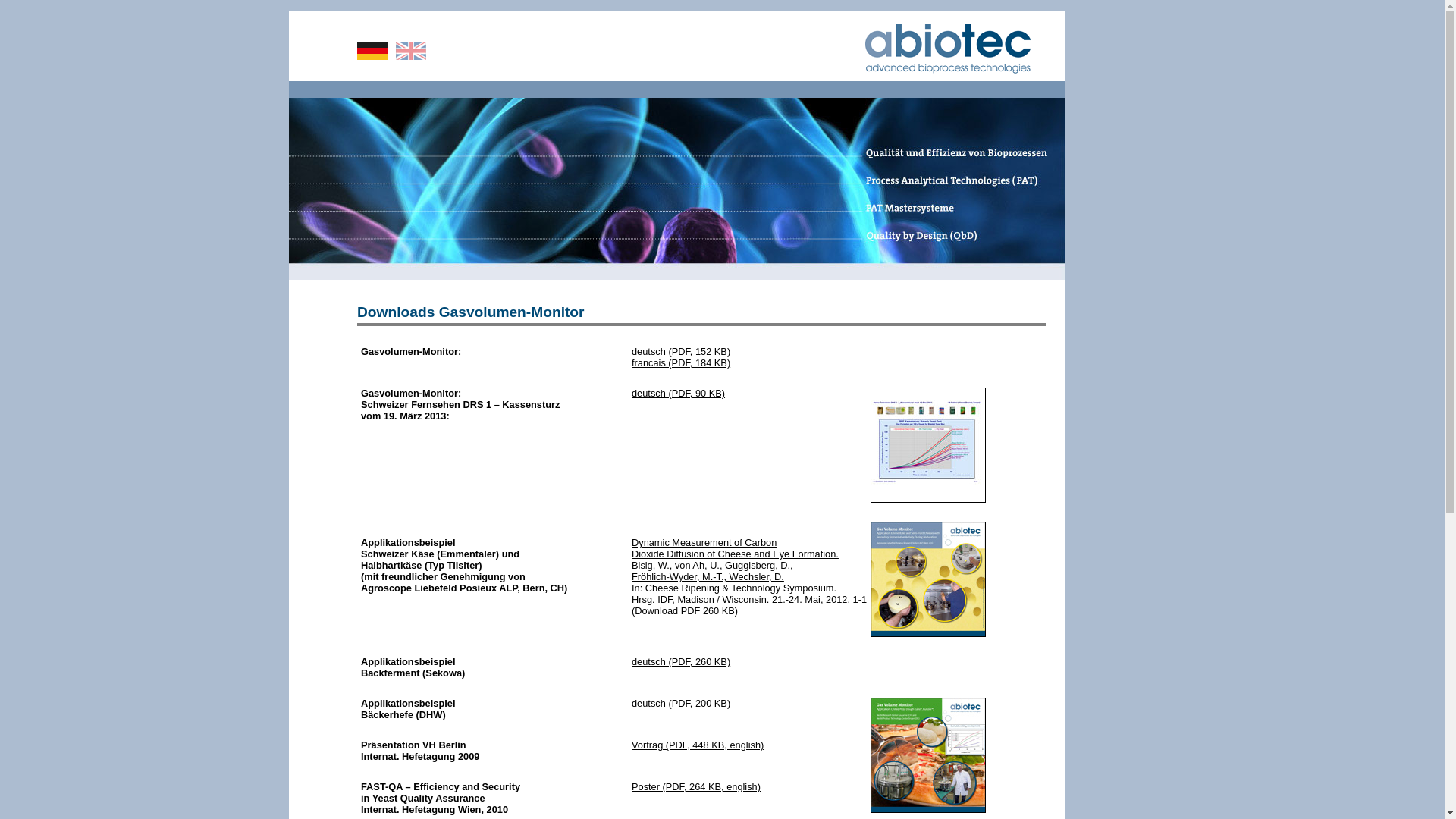 The width and height of the screenshot is (1456, 819). Describe the element at coordinates (697, 744) in the screenshot. I see `'Vortrag (PDF, 448 KB, english)'` at that location.